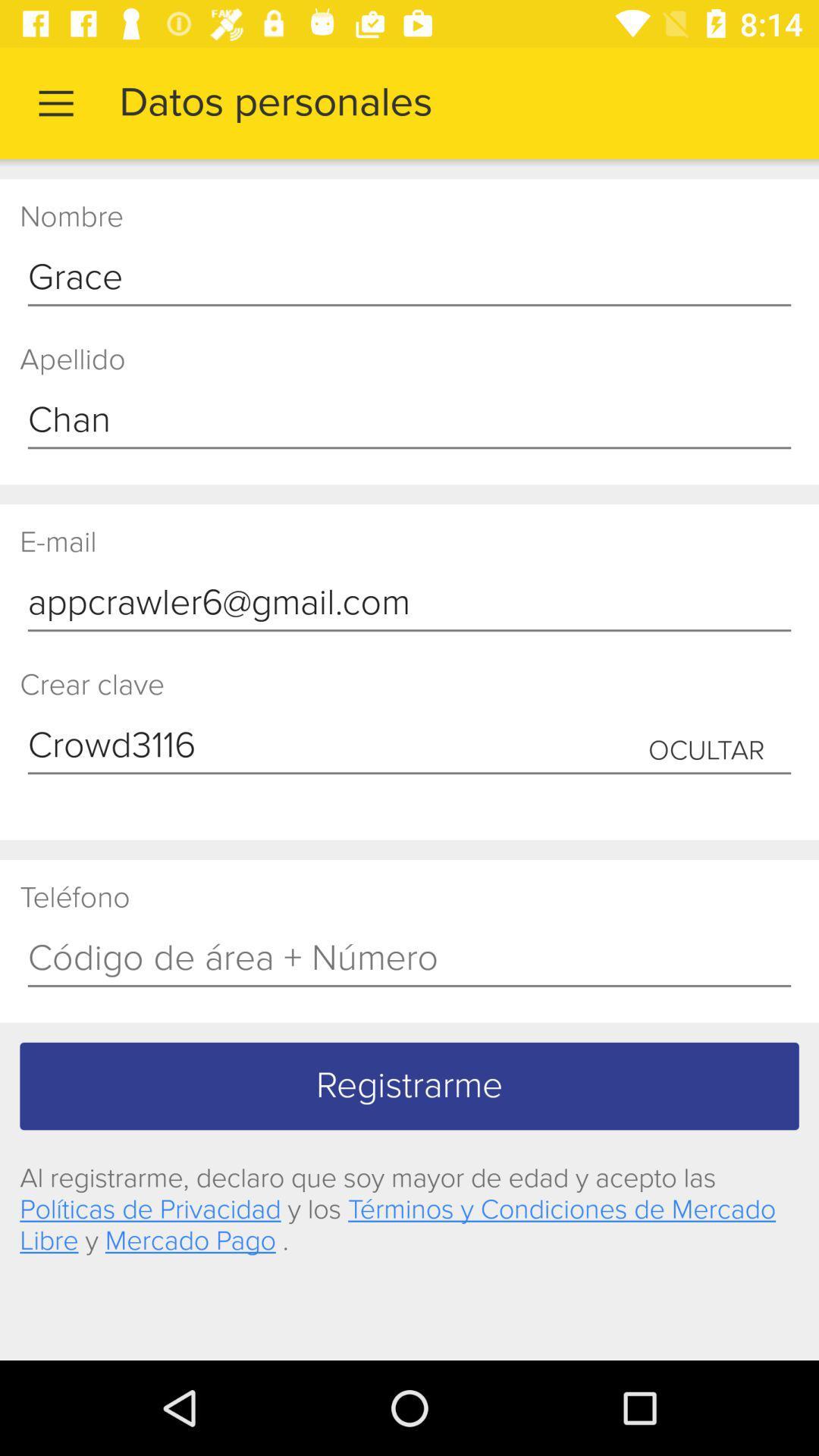 This screenshot has width=819, height=1456. What do you see at coordinates (409, 959) in the screenshot?
I see `phone number` at bounding box center [409, 959].